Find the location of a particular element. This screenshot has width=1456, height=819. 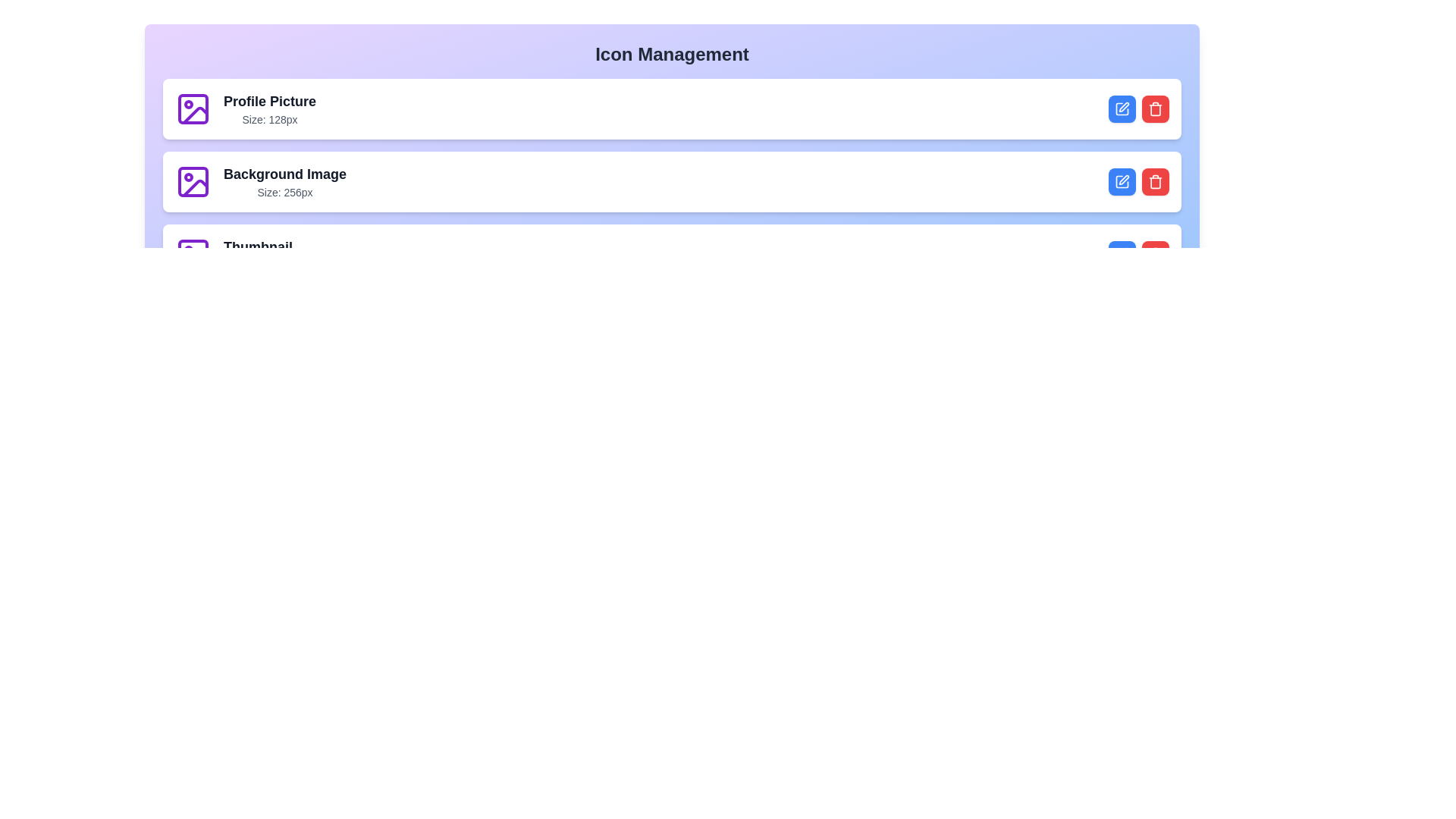

the small blue square icon with a pen graphic in the center is located at coordinates (1122, 108).